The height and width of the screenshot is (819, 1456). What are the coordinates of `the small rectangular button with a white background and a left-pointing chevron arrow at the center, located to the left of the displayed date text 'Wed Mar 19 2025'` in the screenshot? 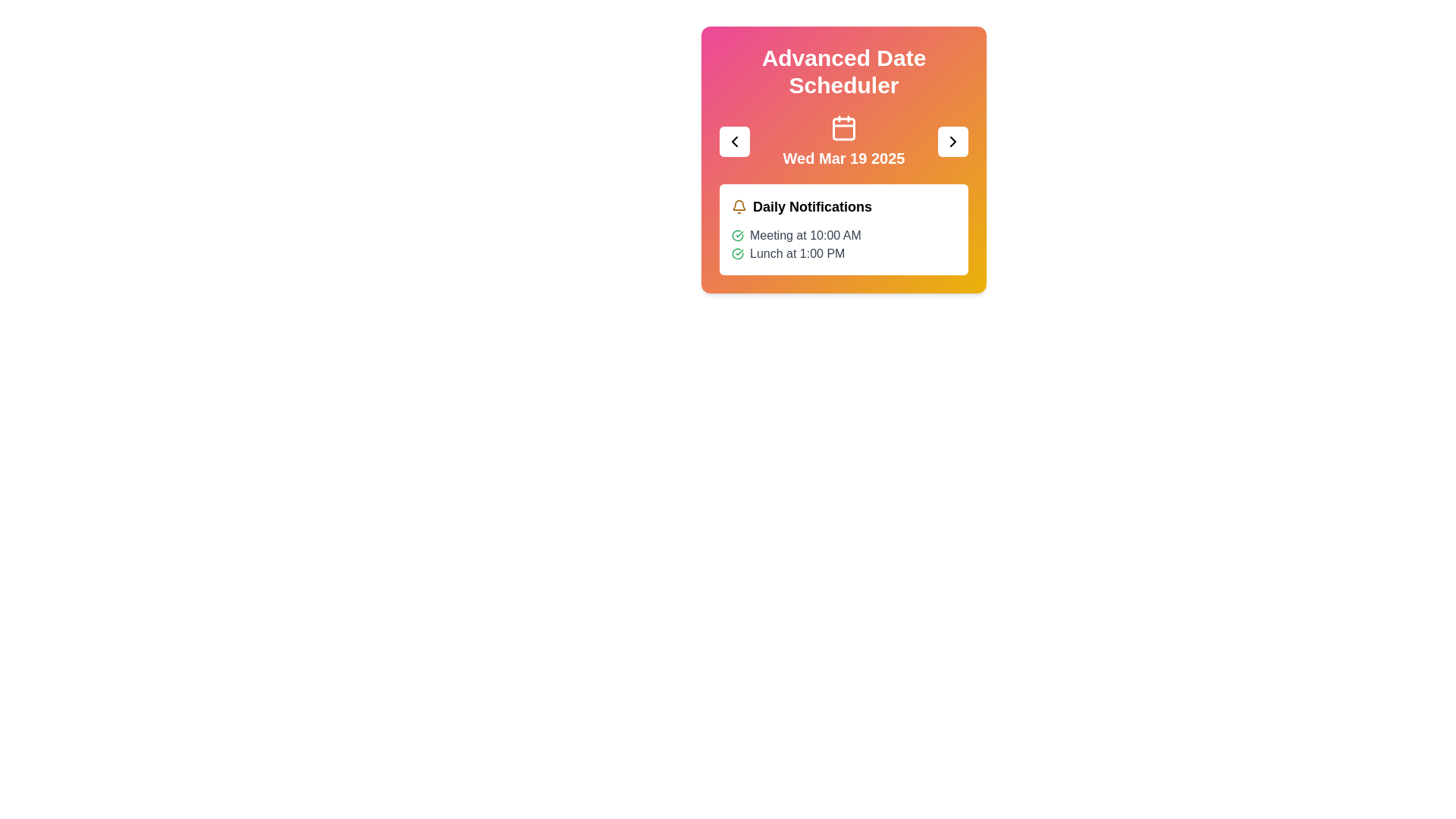 It's located at (735, 141).